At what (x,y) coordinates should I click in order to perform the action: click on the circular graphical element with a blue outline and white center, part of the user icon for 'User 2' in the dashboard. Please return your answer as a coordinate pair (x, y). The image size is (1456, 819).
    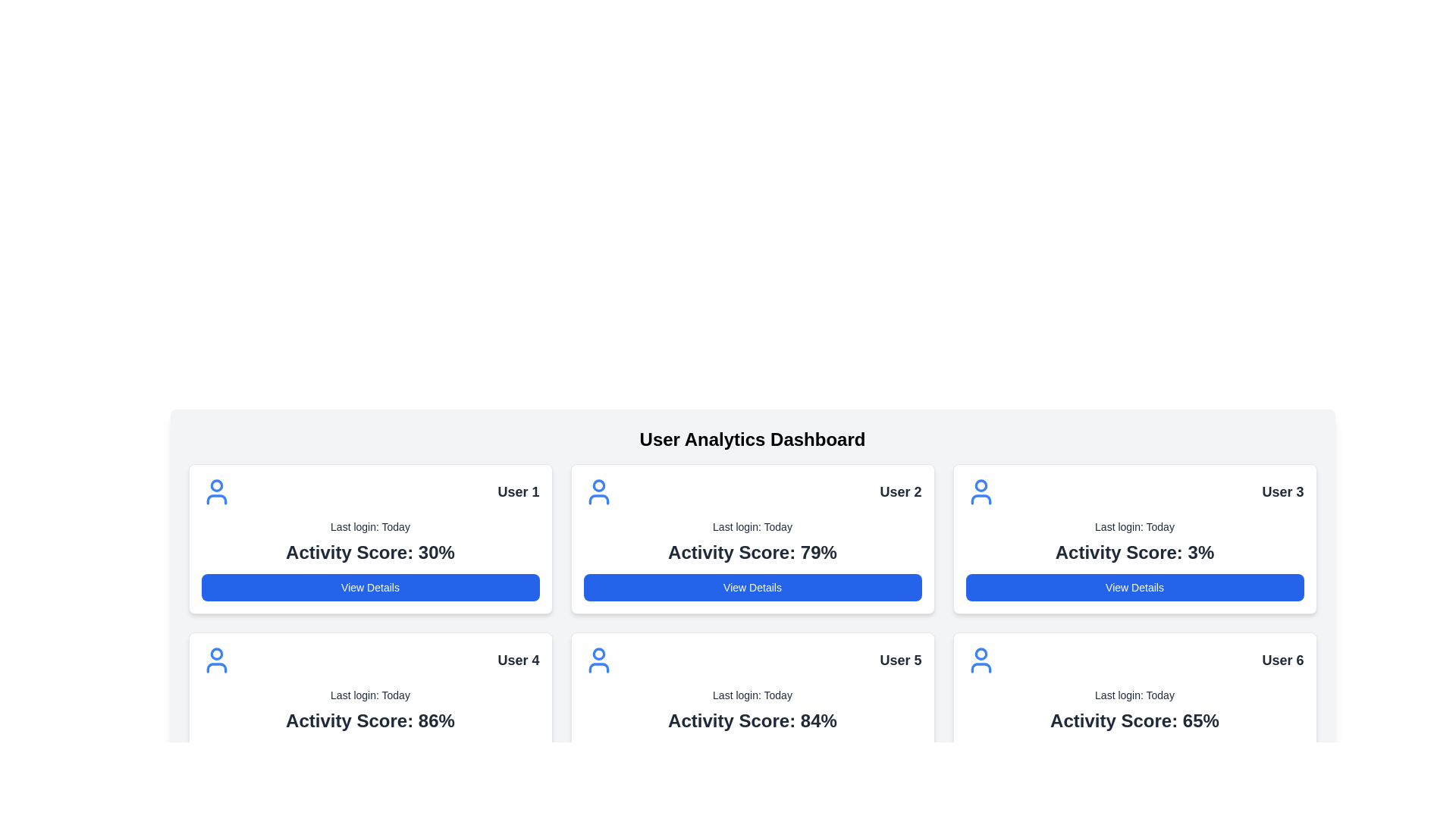
    Looking at the image, I should click on (598, 485).